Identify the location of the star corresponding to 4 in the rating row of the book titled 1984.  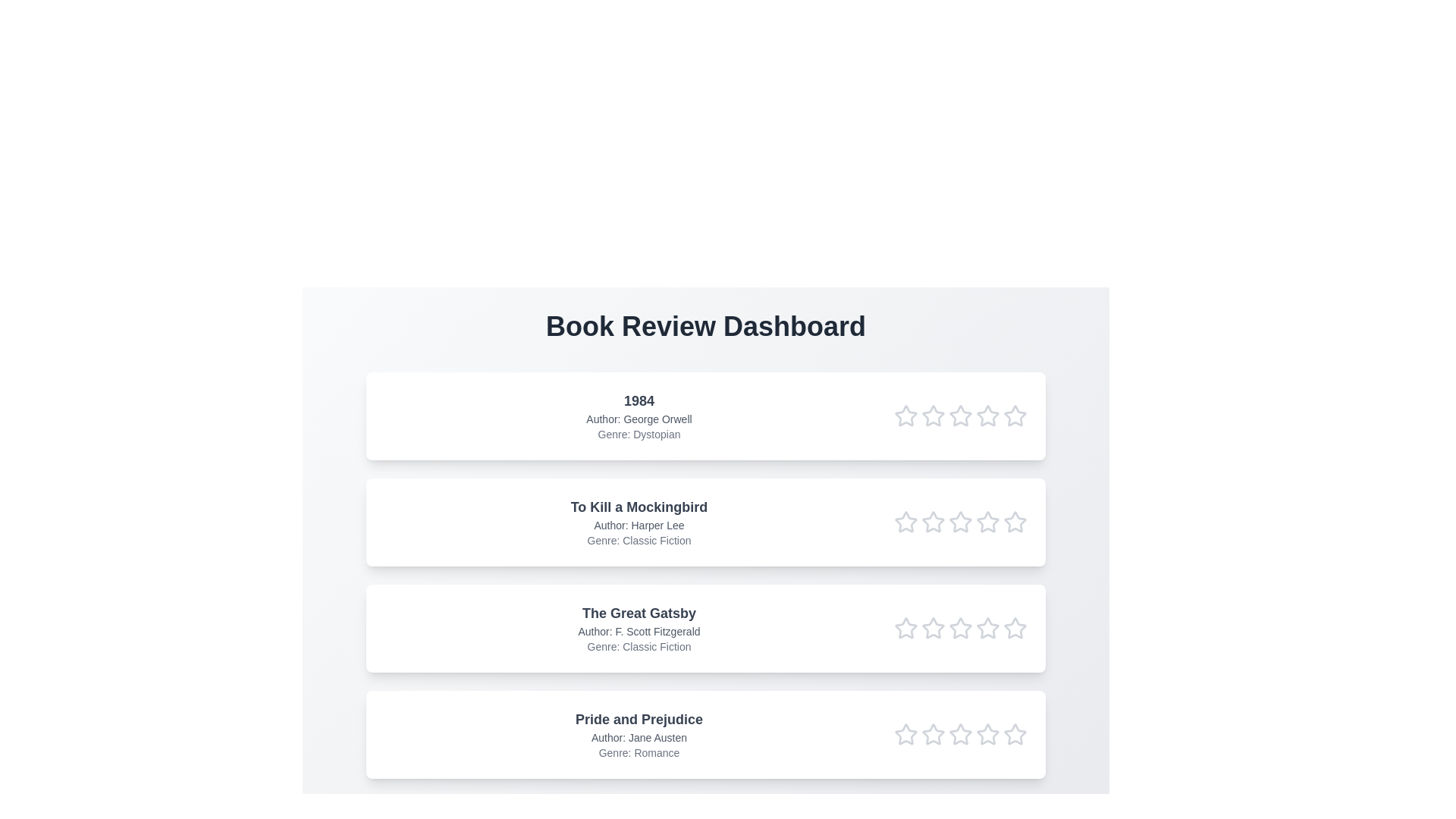
(987, 416).